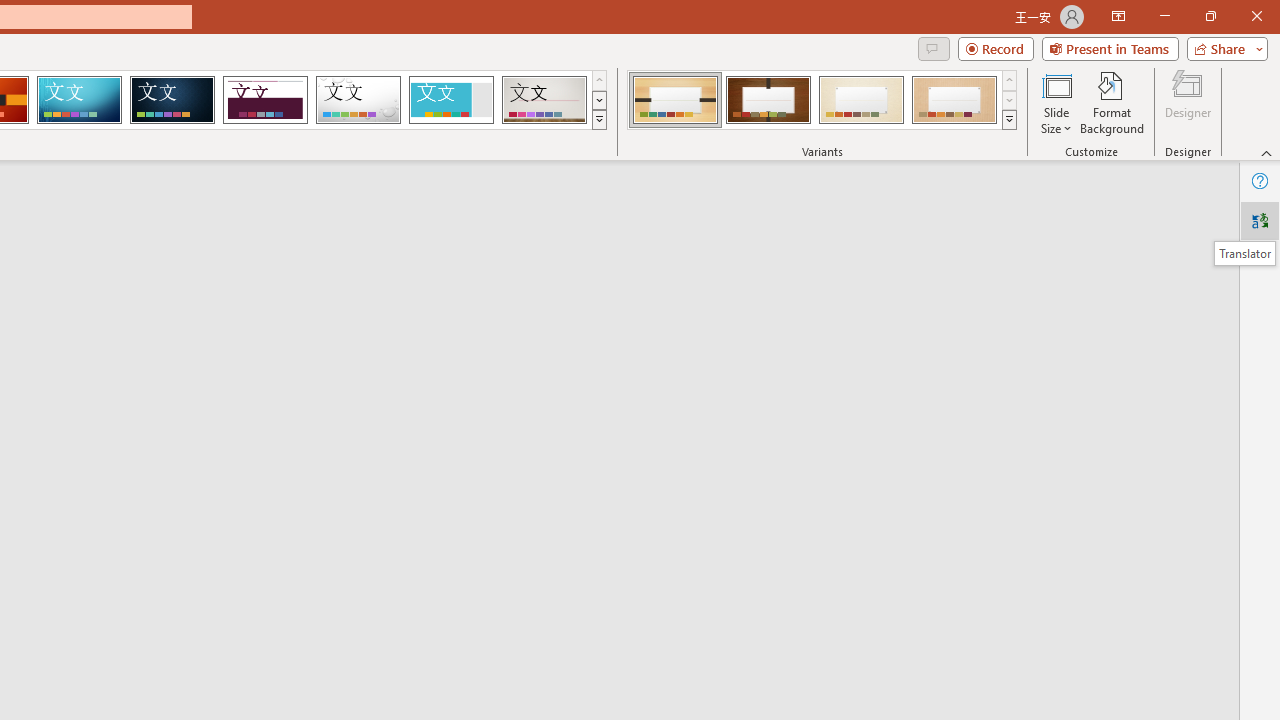 This screenshot has width=1280, height=720. Describe the element at coordinates (1259, 221) in the screenshot. I see `'Translator'` at that location.